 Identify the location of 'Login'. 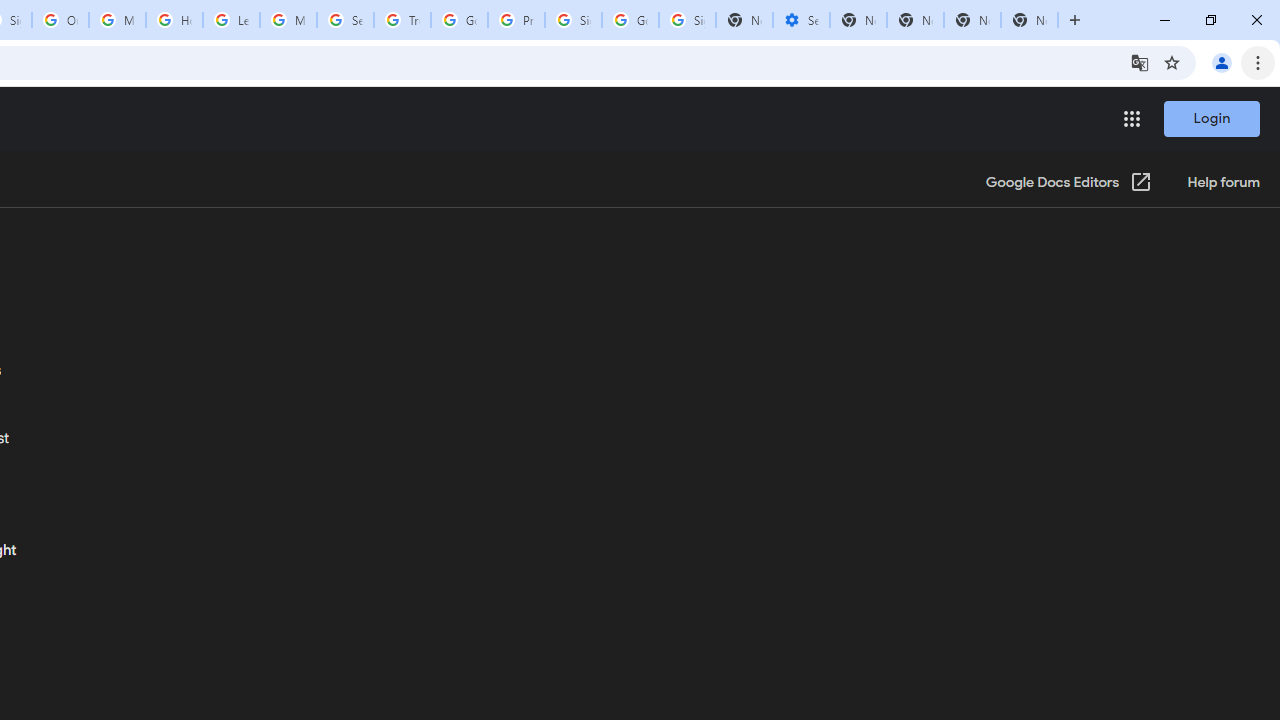
(1210, 118).